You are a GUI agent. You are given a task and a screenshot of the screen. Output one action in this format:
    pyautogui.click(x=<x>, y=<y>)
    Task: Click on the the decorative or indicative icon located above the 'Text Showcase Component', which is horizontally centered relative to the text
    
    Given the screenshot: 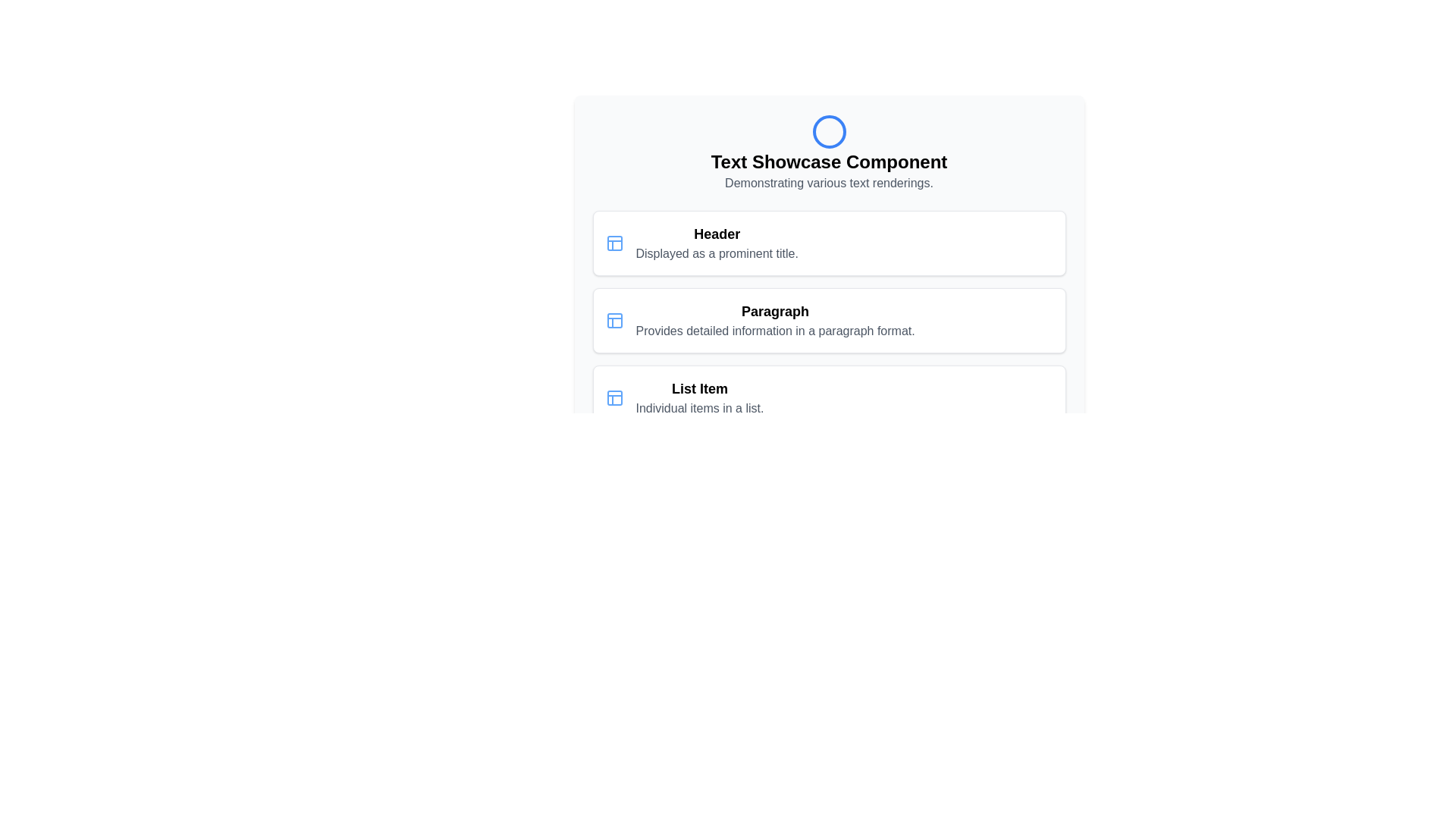 What is the action you would take?
    pyautogui.click(x=828, y=130)
    